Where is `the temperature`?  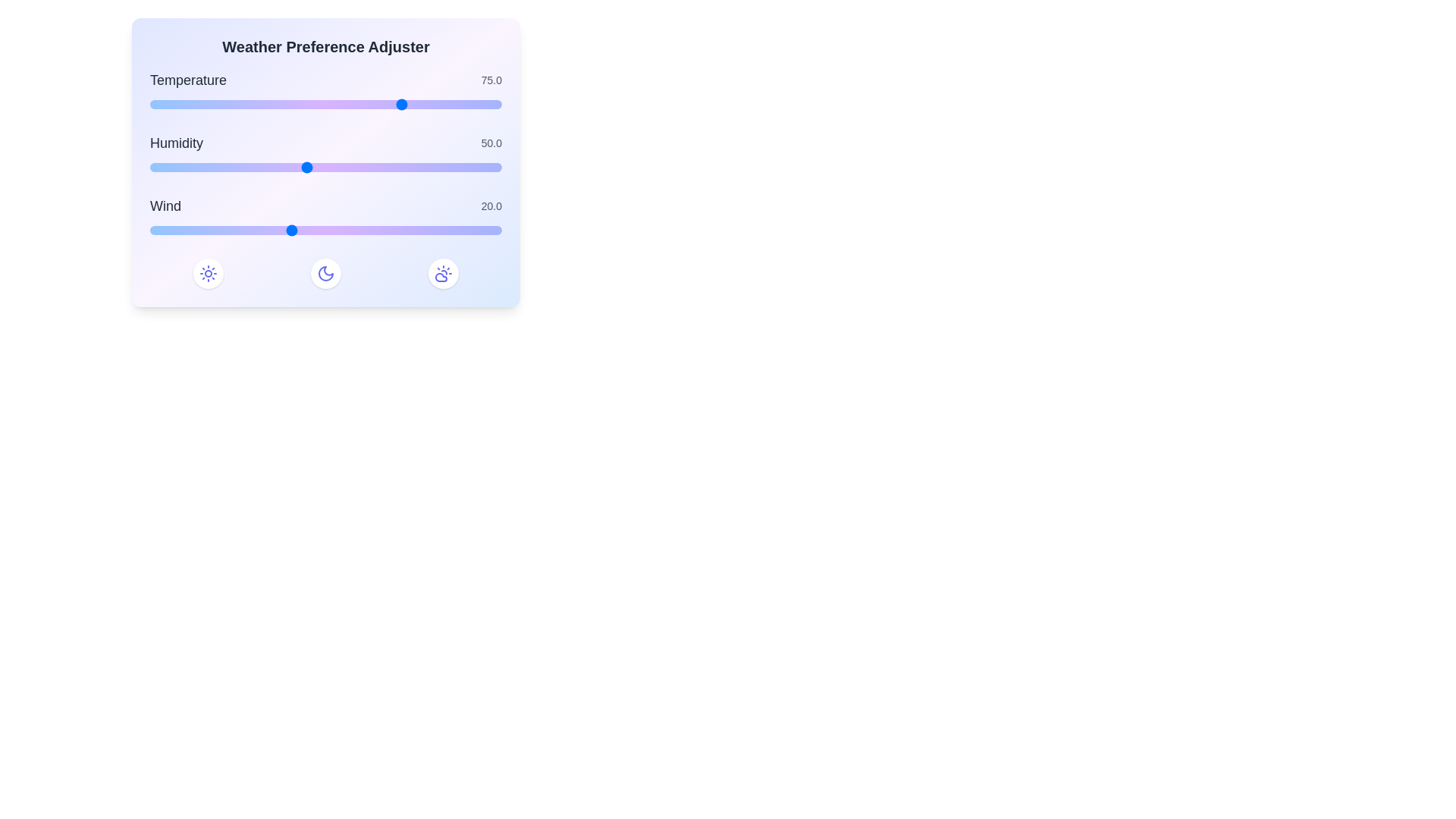
the temperature is located at coordinates (486, 104).